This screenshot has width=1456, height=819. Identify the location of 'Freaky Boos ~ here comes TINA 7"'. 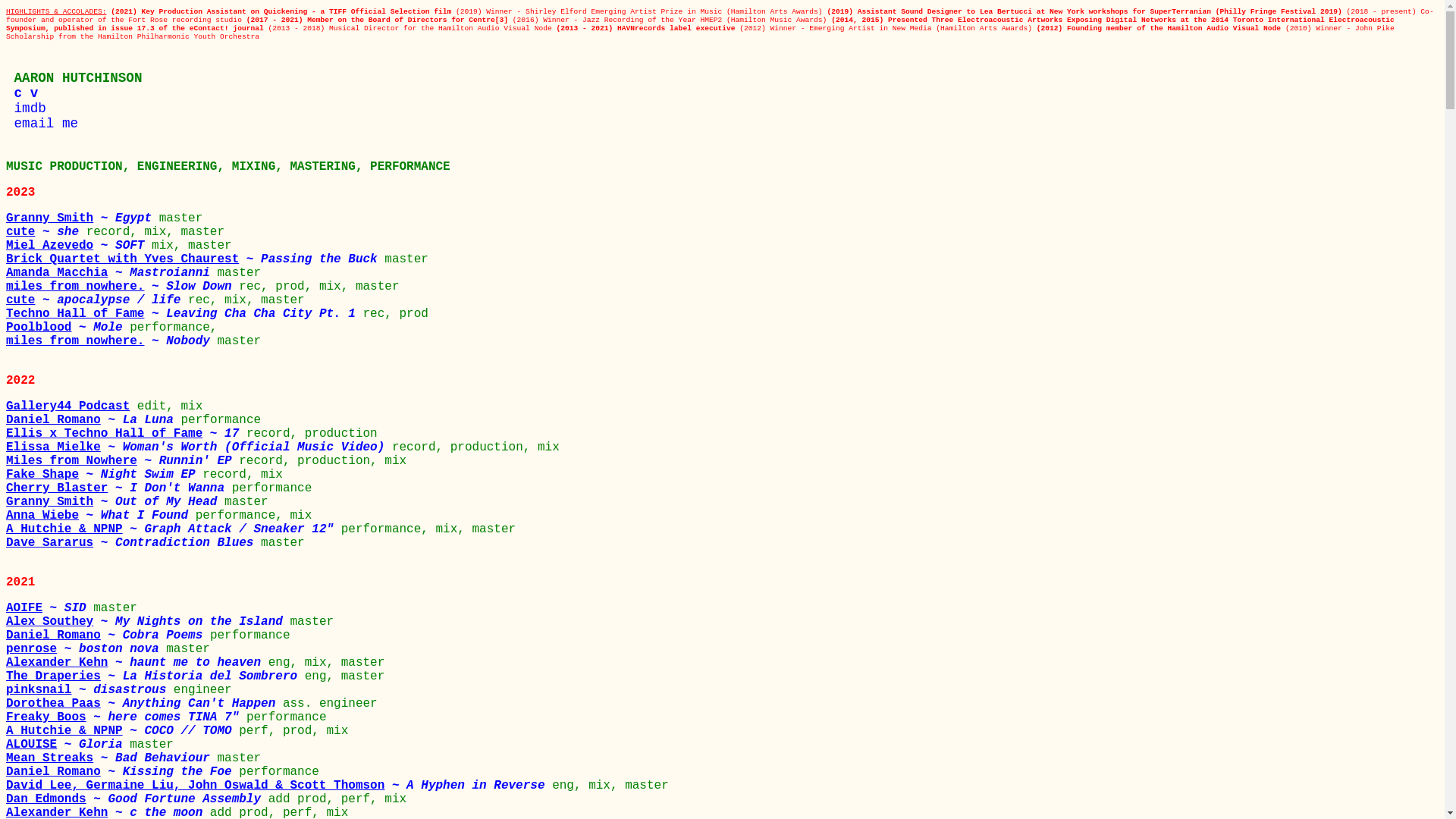
(126, 717).